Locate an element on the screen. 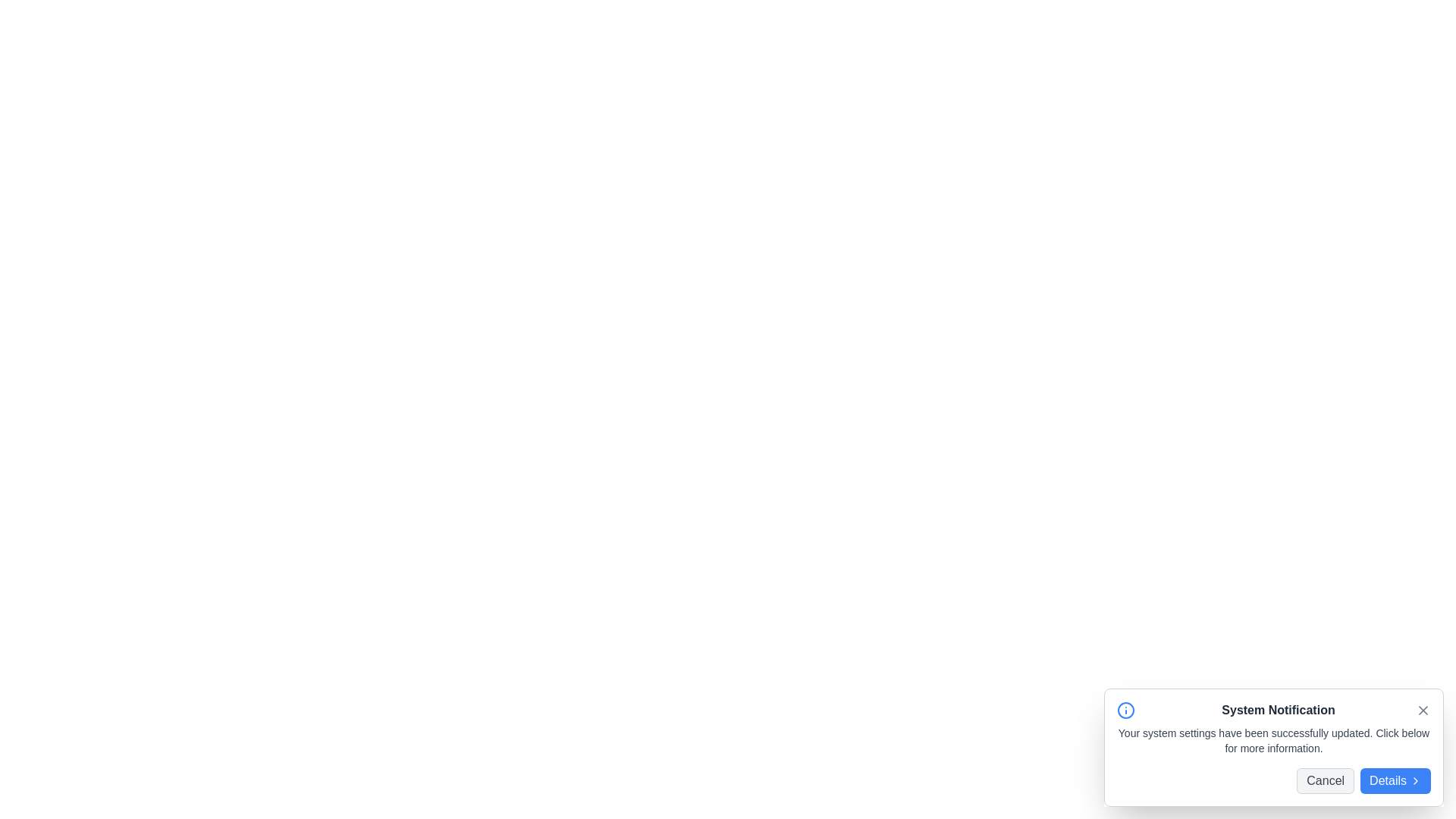  the diagonal cross ('X') icon in the top-right corner of the notification banner is located at coordinates (1422, 711).